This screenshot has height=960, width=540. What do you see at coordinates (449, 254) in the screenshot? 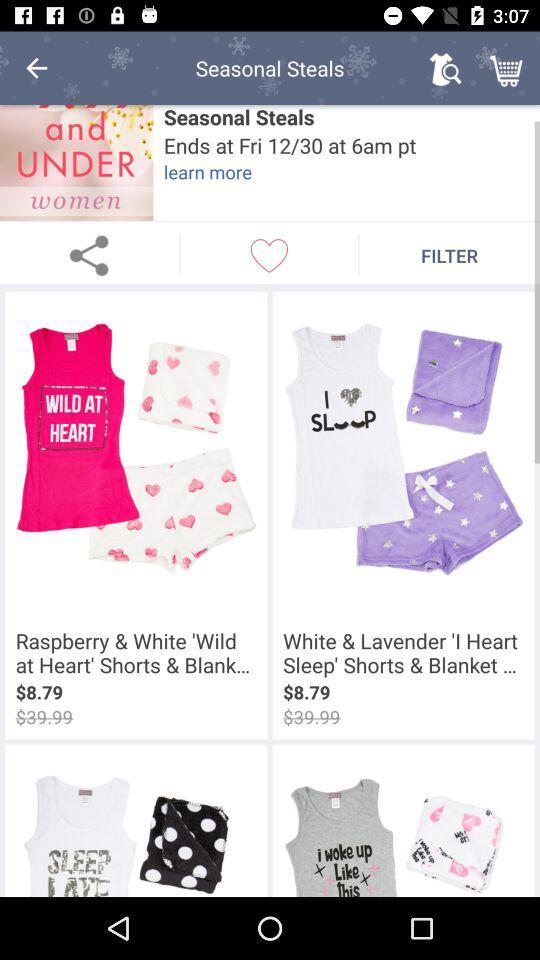
I see `the filter` at bounding box center [449, 254].